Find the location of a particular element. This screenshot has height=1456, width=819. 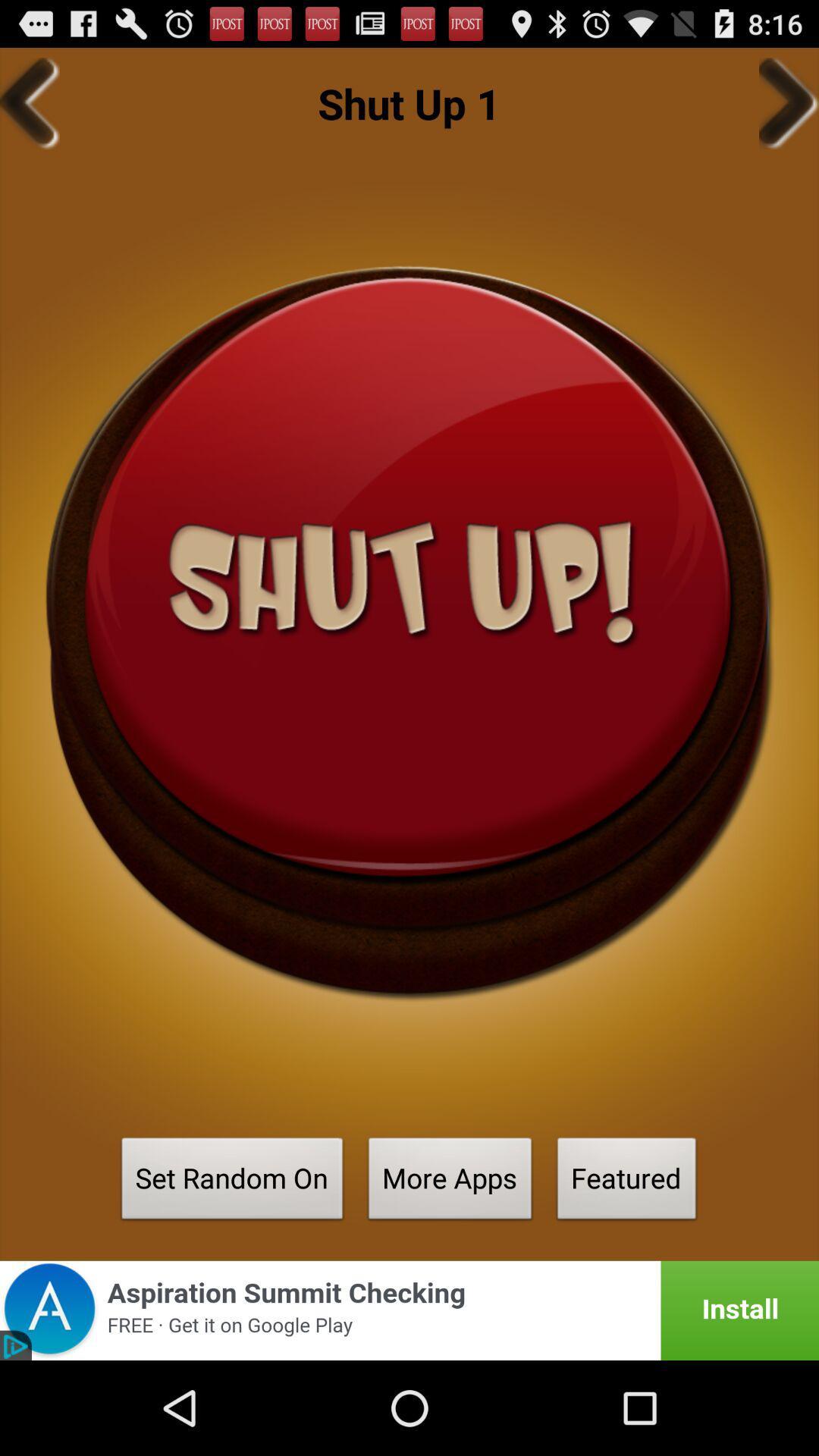

item at the bottom right corner is located at coordinates (626, 1182).